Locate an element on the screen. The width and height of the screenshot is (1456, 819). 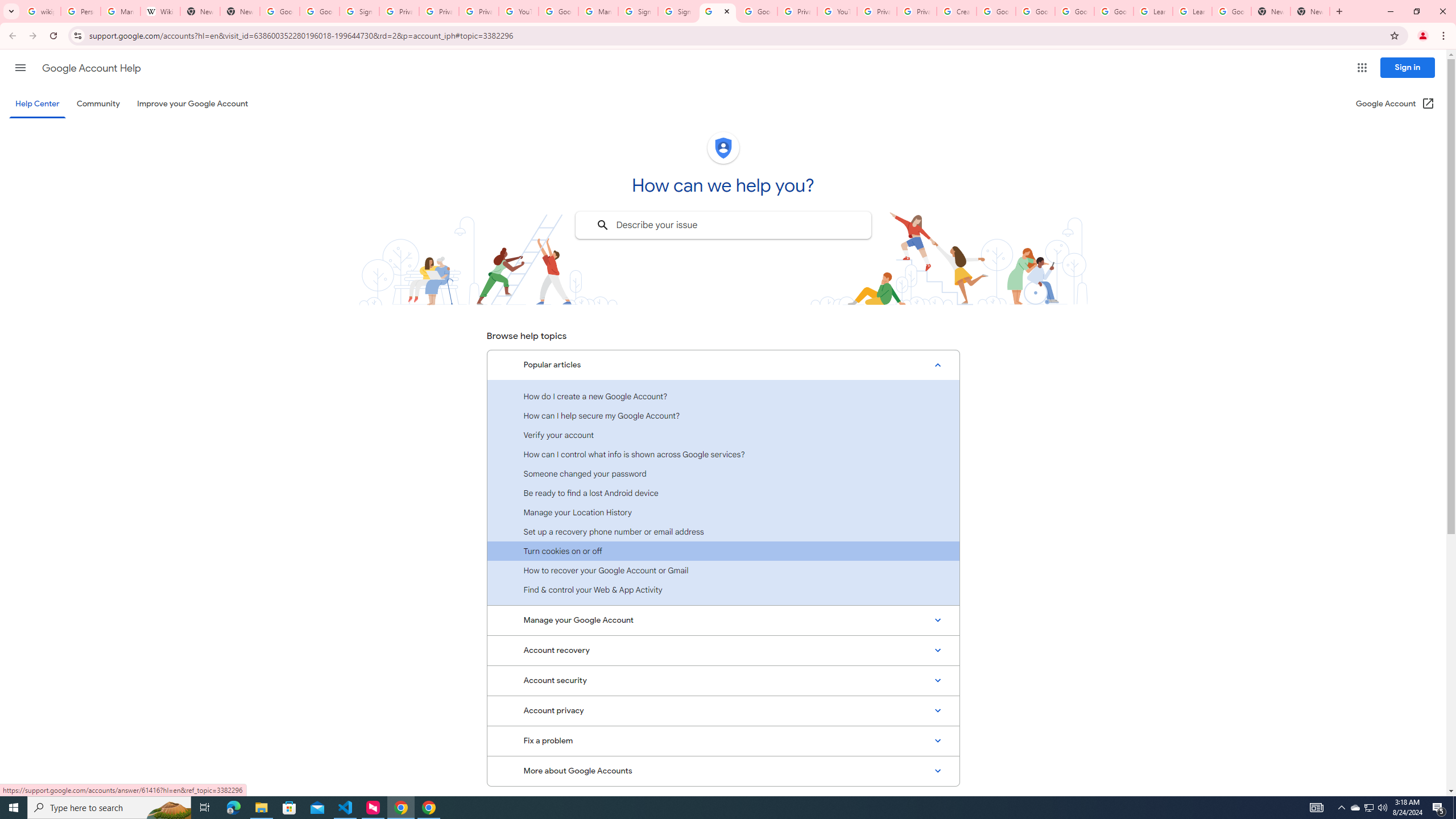
'Verify your account' is located at coordinates (723, 434).